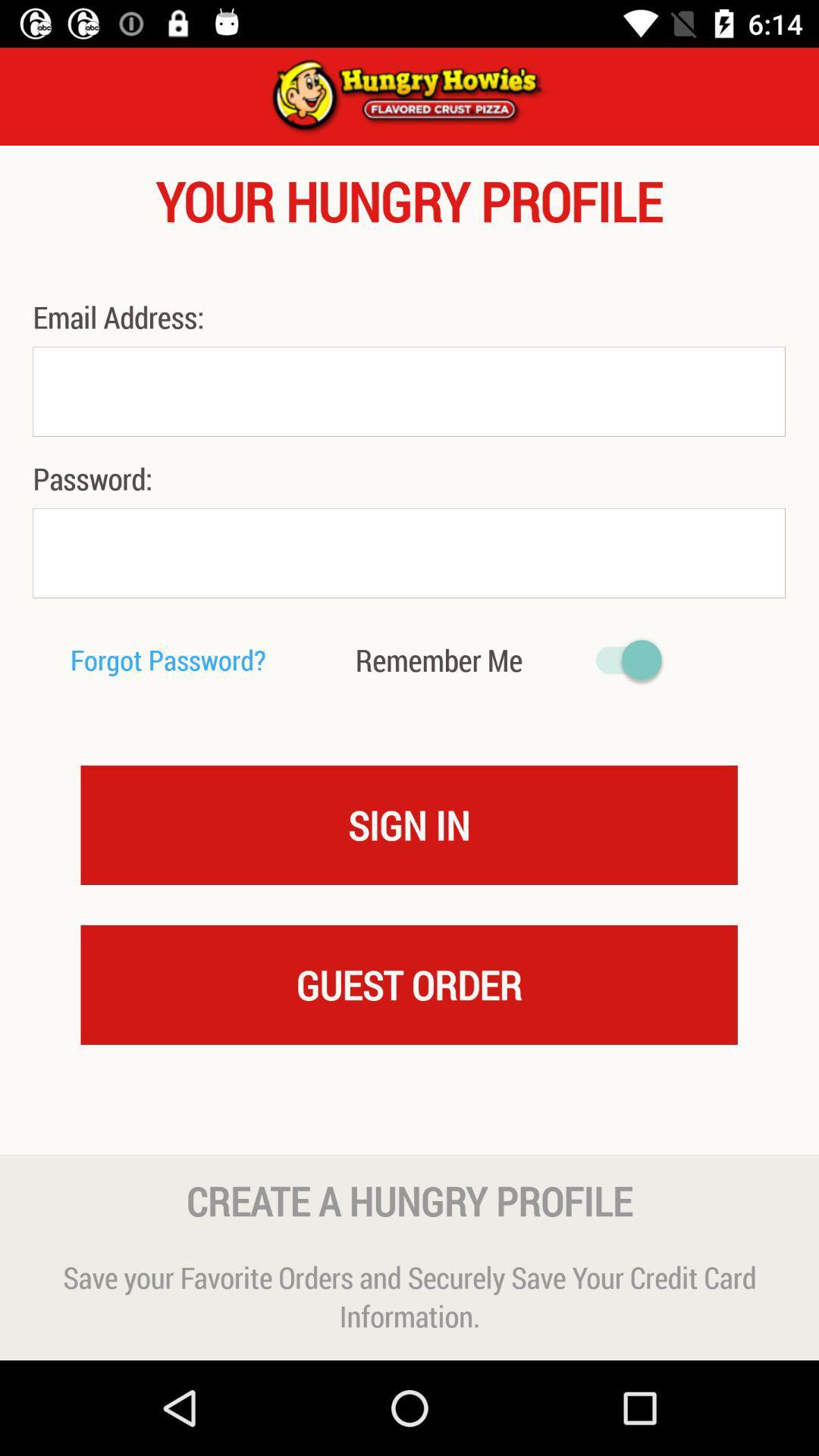 This screenshot has width=819, height=1456. What do you see at coordinates (408, 824) in the screenshot?
I see `icon below the remember me` at bounding box center [408, 824].